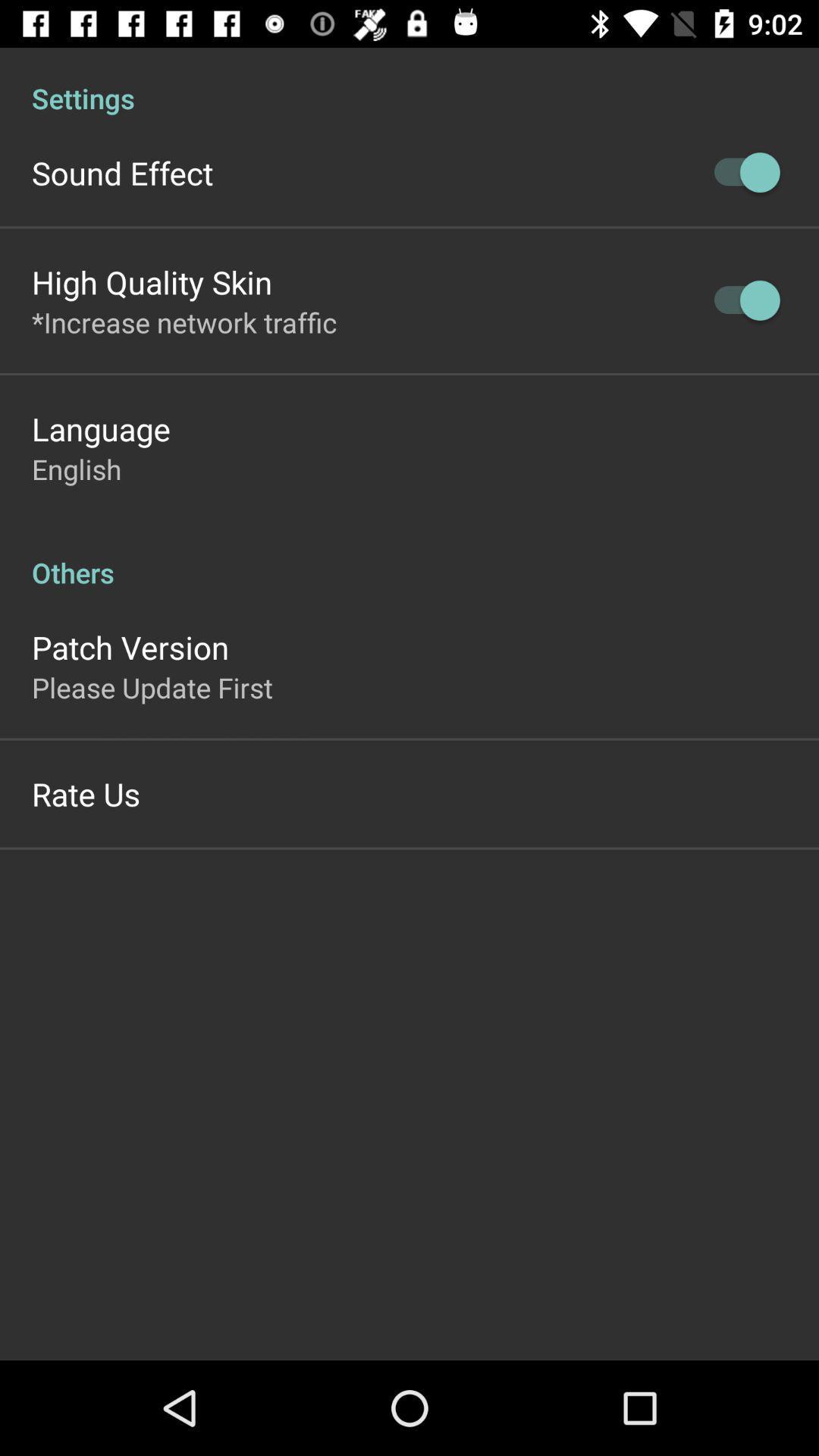 Image resolution: width=819 pixels, height=1456 pixels. What do you see at coordinates (101, 428) in the screenshot?
I see `language app` at bounding box center [101, 428].